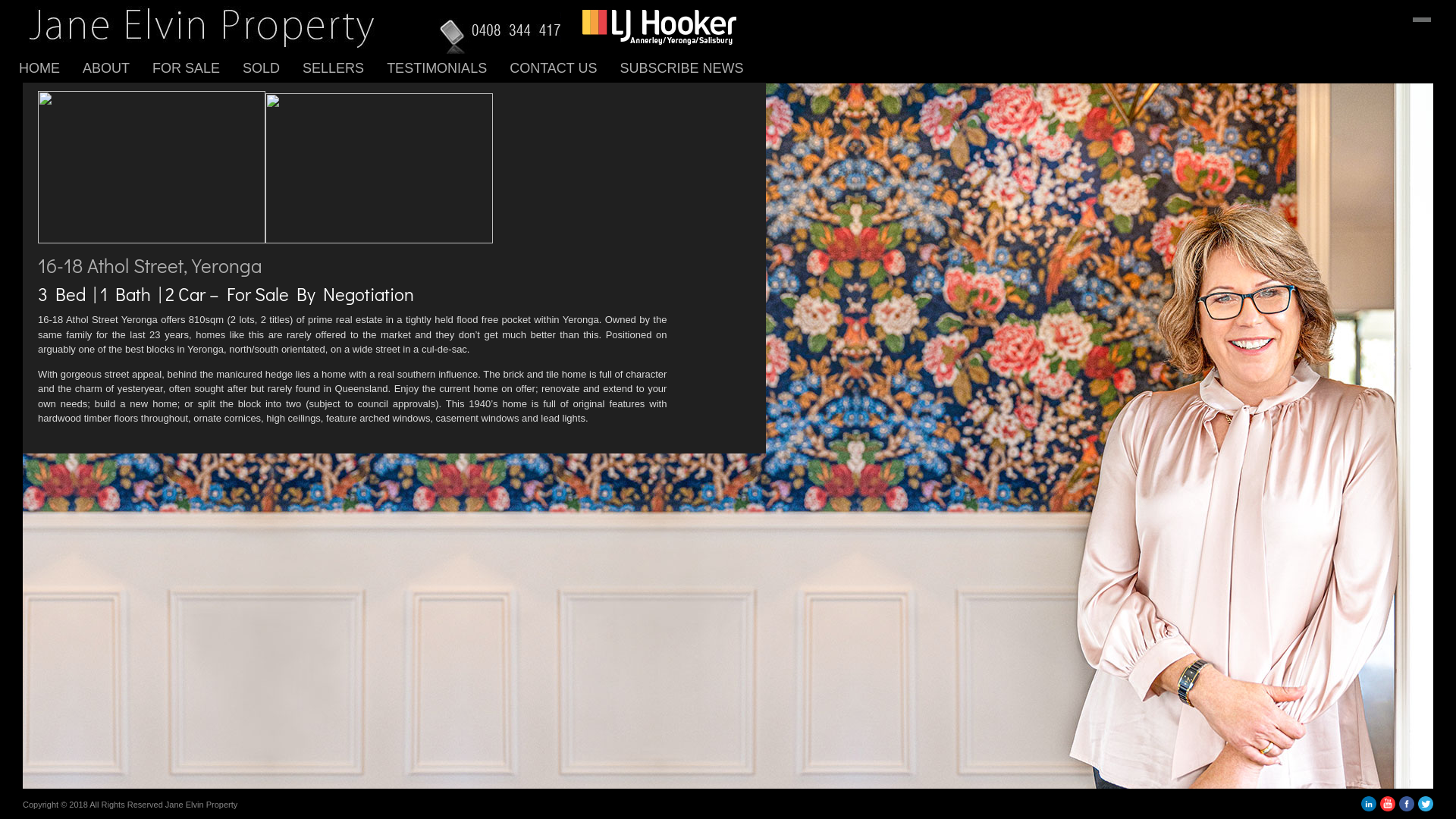 The image size is (1456, 819). Describe the element at coordinates (196, 67) in the screenshot. I see `'FOR SALE'` at that location.